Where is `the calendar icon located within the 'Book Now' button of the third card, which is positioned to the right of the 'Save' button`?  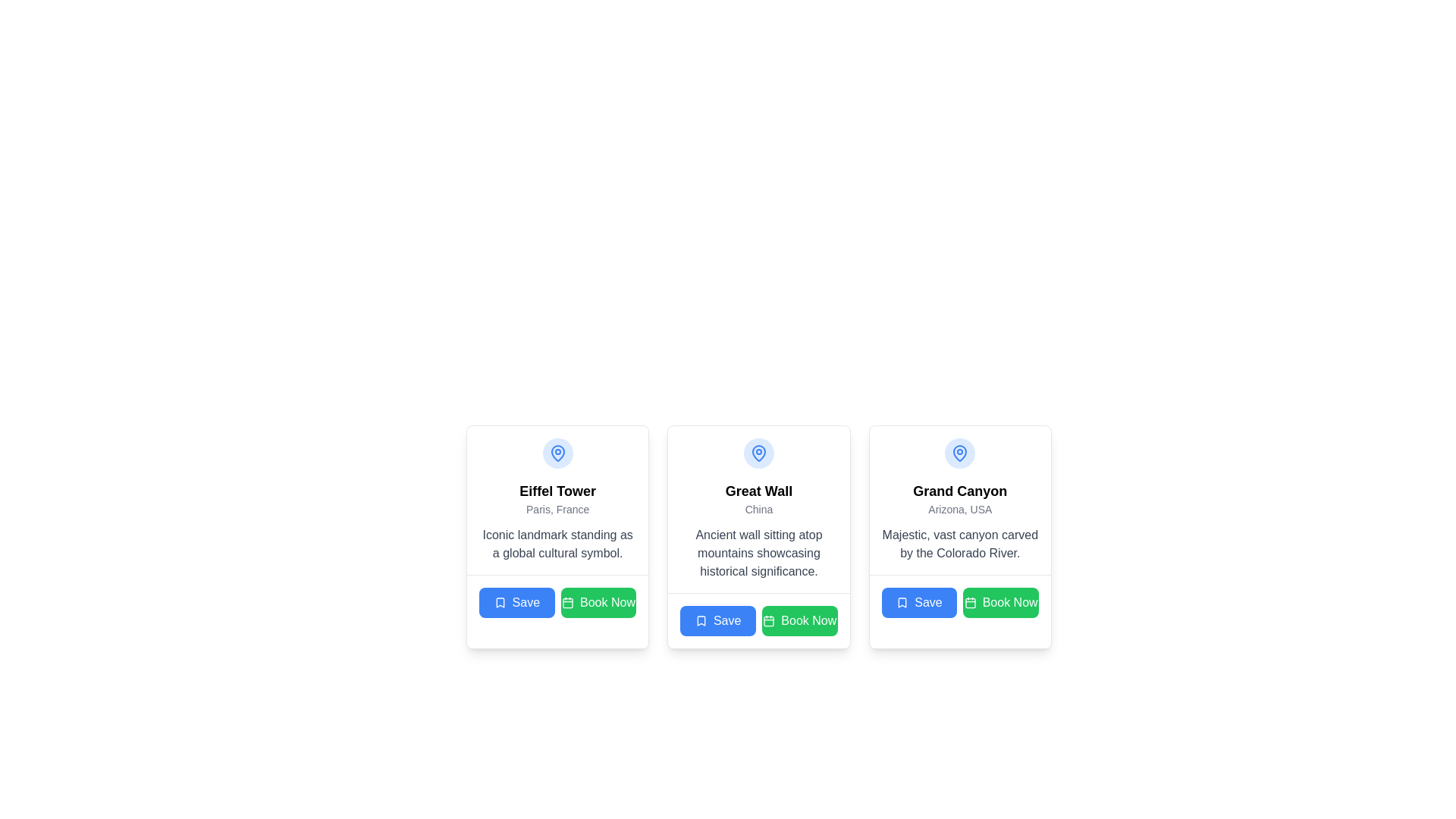
the calendar icon located within the 'Book Now' button of the third card, which is positioned to the right of the 'Save' button is located at coordinates (969, 601).